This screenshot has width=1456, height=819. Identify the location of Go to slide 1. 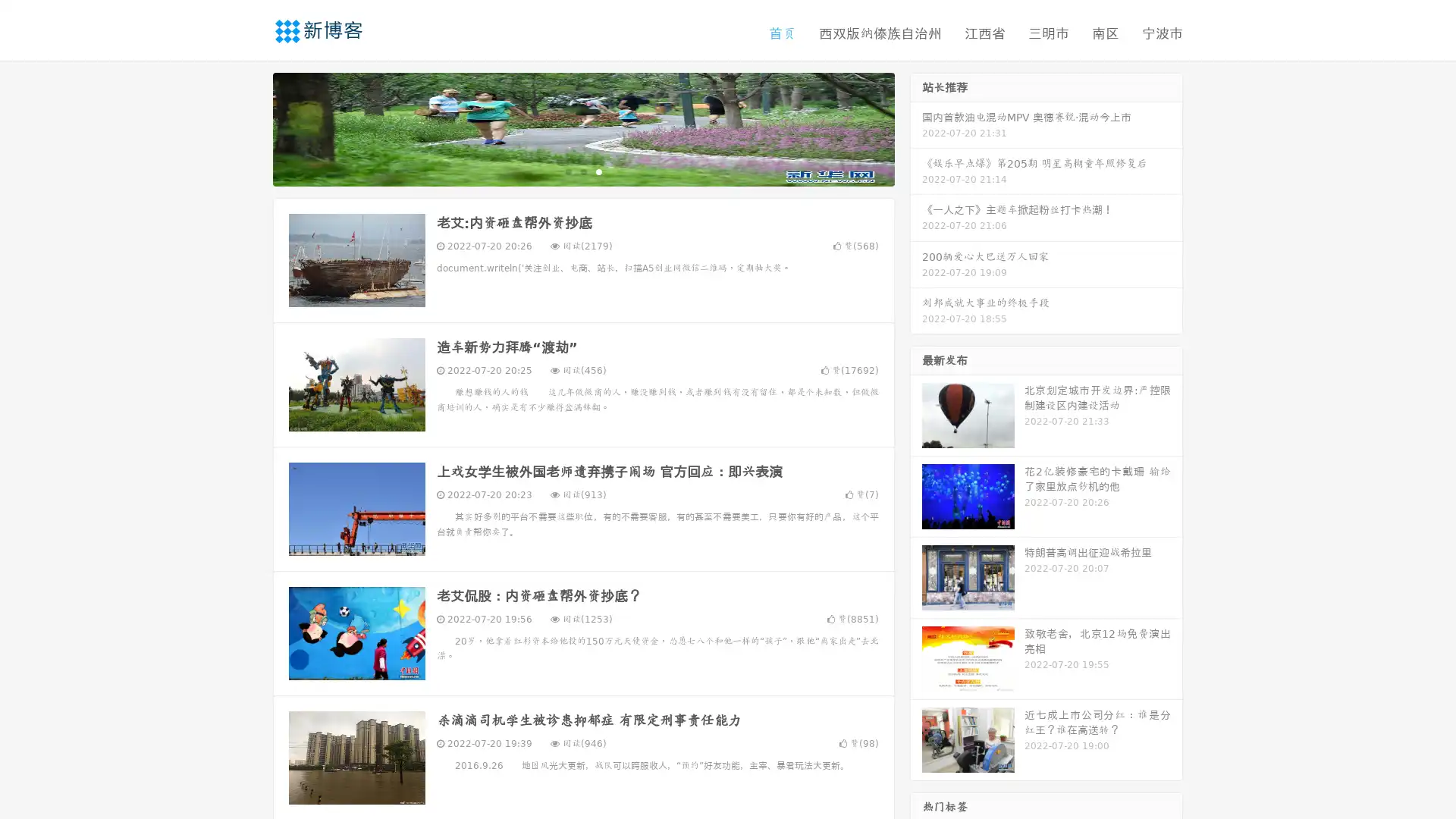
(567, 171).